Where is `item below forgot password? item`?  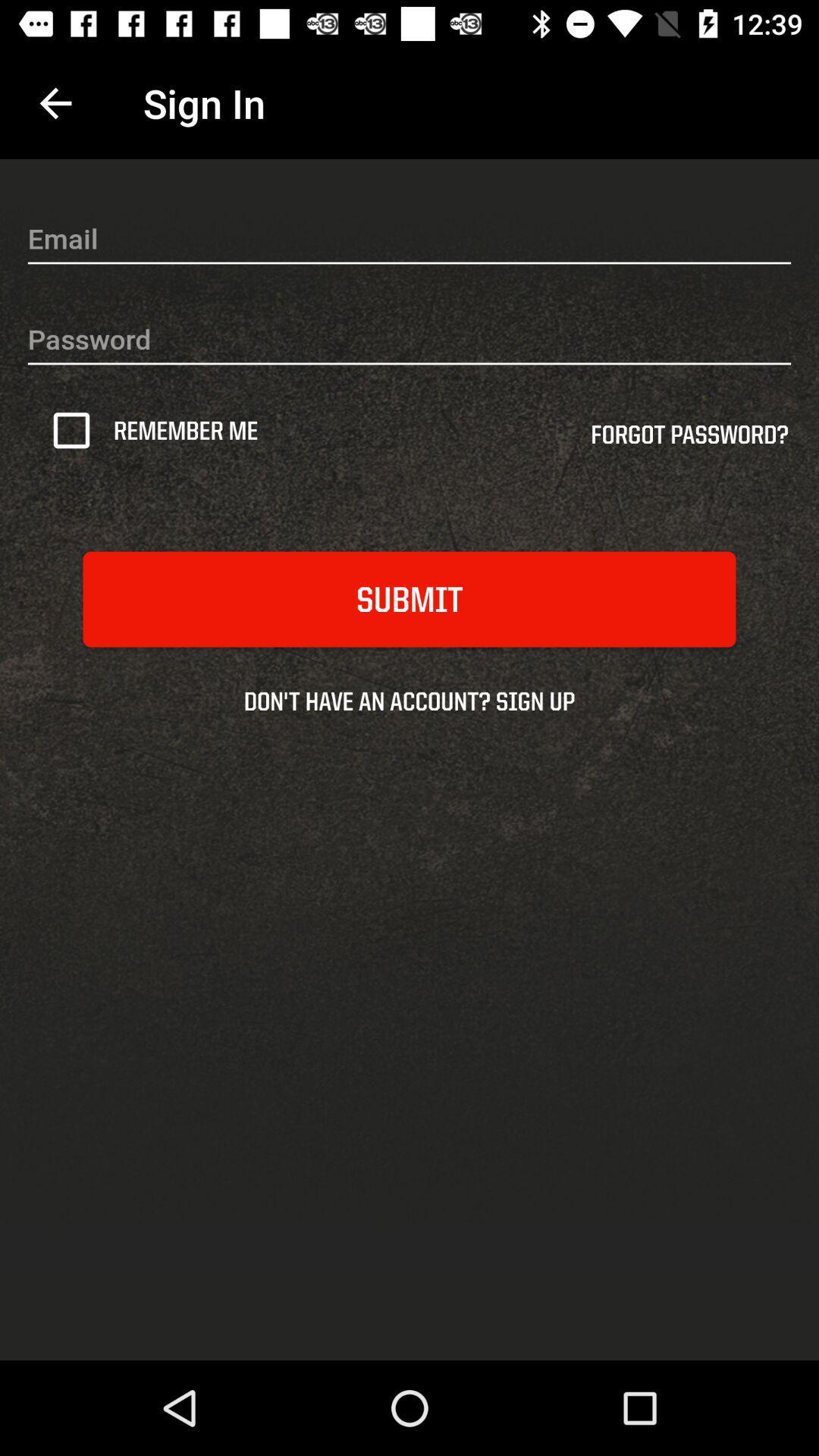
item below forgot password? item is located at coordinates (409, 598).